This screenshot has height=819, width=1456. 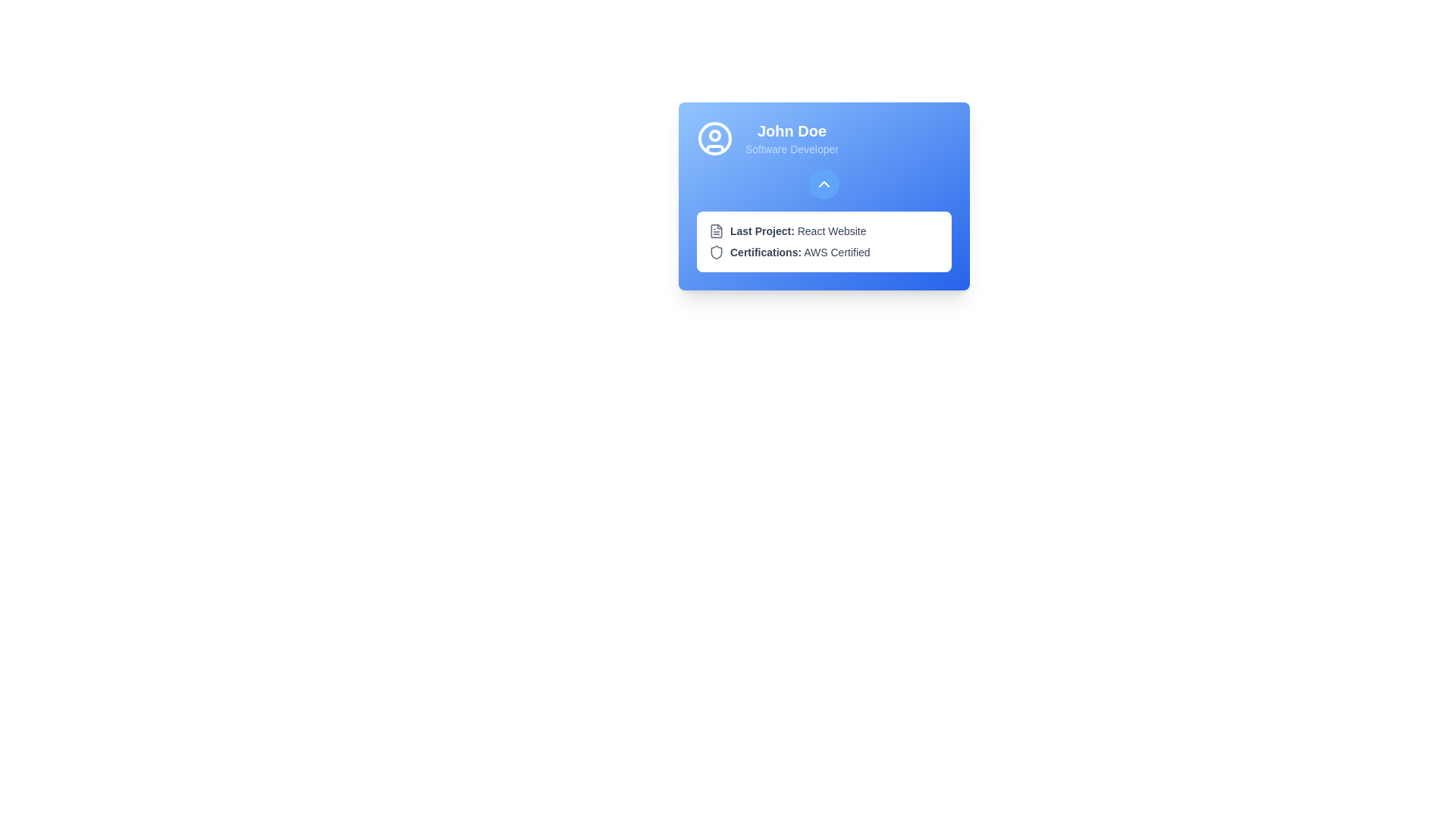 I want to click on the static text label displaying 'Certifications: AWS Certified', located under the 'Last Project' section in a card-style layout, so click(x=799, y=251).